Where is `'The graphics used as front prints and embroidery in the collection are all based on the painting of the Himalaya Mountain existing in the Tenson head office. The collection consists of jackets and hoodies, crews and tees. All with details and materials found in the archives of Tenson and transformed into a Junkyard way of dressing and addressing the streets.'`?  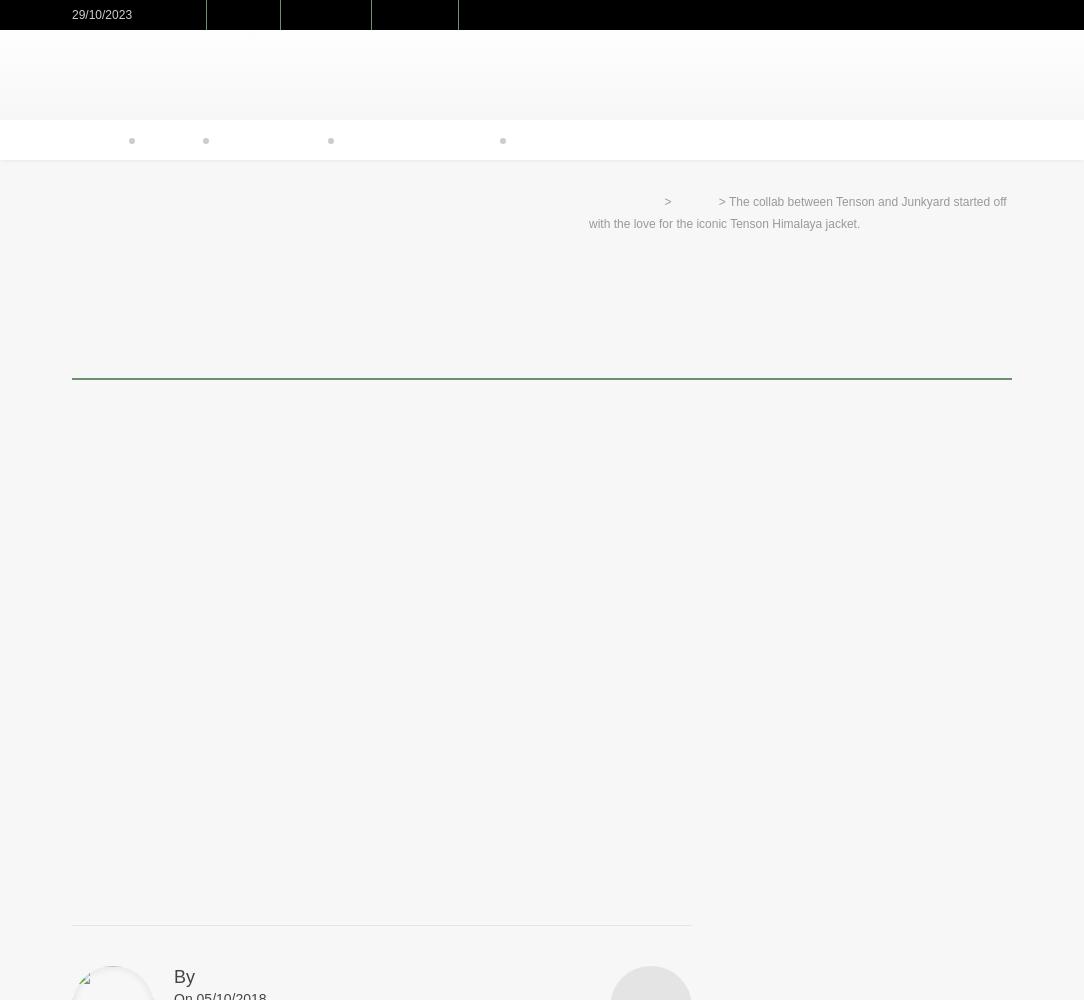
'The graphics used as front prints and embroidery in the collection are all based on the painting of the Himalaya Mountain existing in the Tenson head office. The collection consists of jackets and hoodies, crews and tees. All with details and materials found in the archives of Tenson and transformed into a Junkyard way of dressing and addressing the streets.' is located at coordinates (371, 744).